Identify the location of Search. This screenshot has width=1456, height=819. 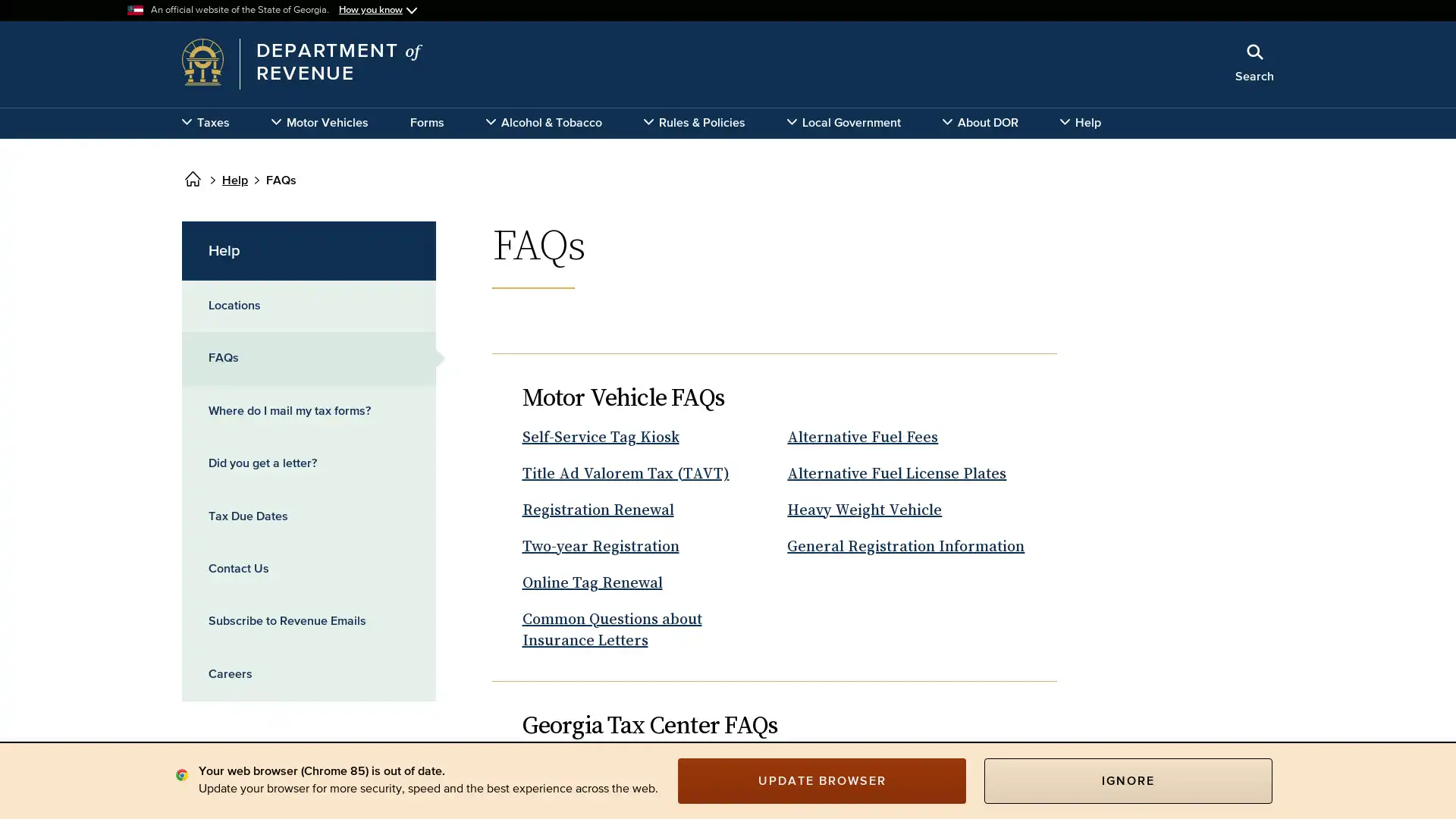
(1193, 213).